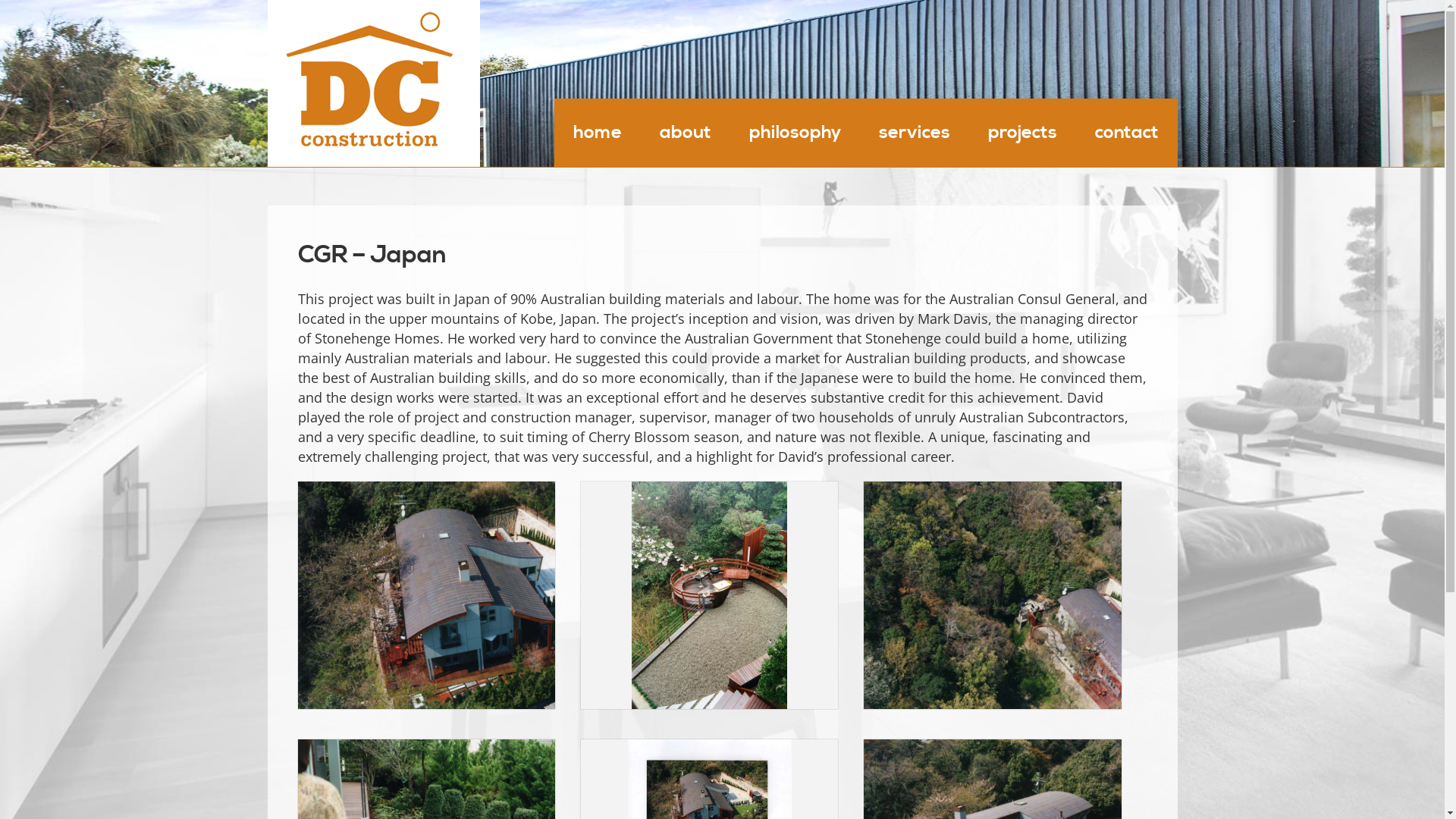 The height and width of the screenshot is (819, 1456). Describe the element at coordinates (640, 131) in the screenshot. I see `'about'` at that location.